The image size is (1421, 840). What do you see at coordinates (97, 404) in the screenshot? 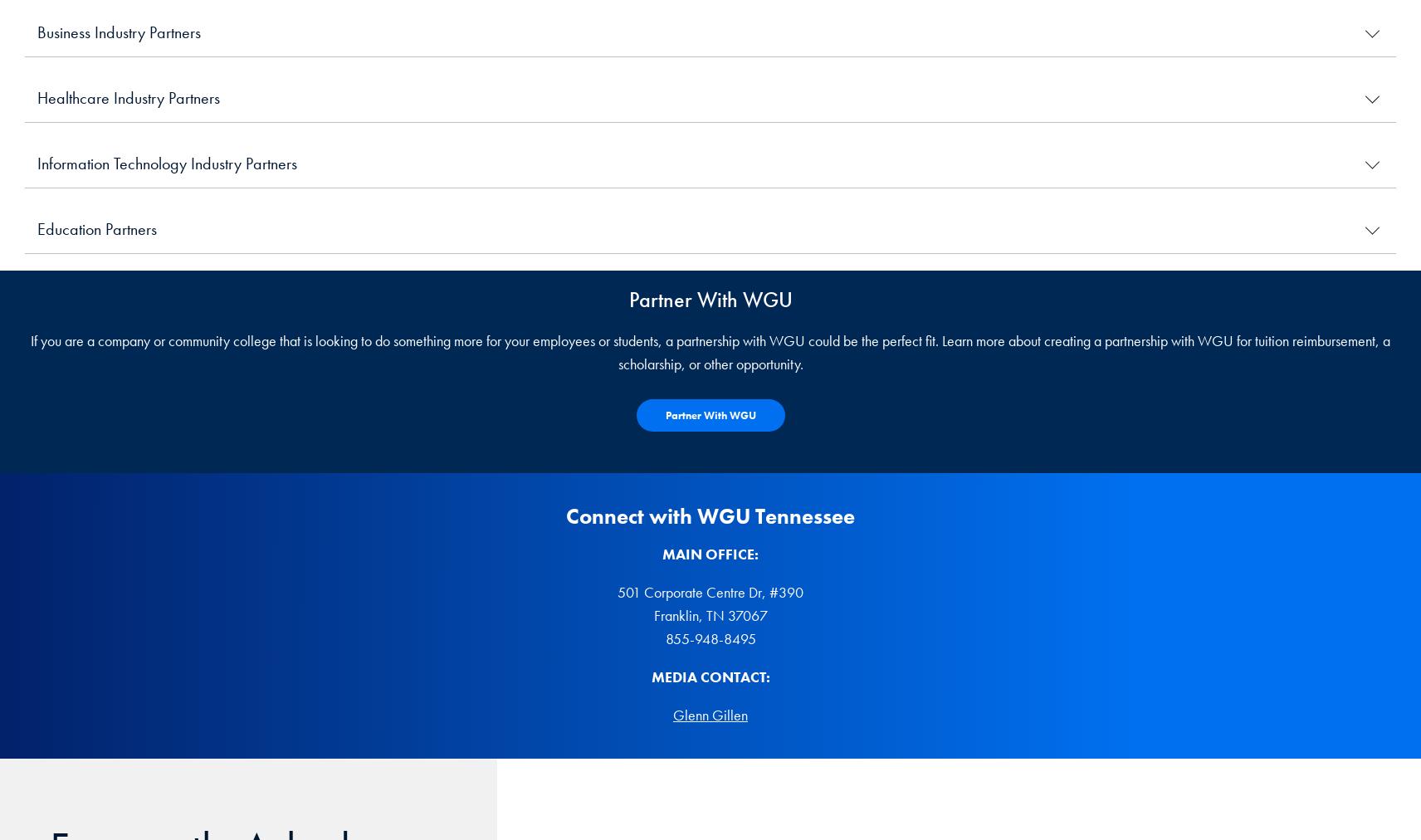
I see `'Navient (Sallie Mae)'` at bounding box center [97, 404].